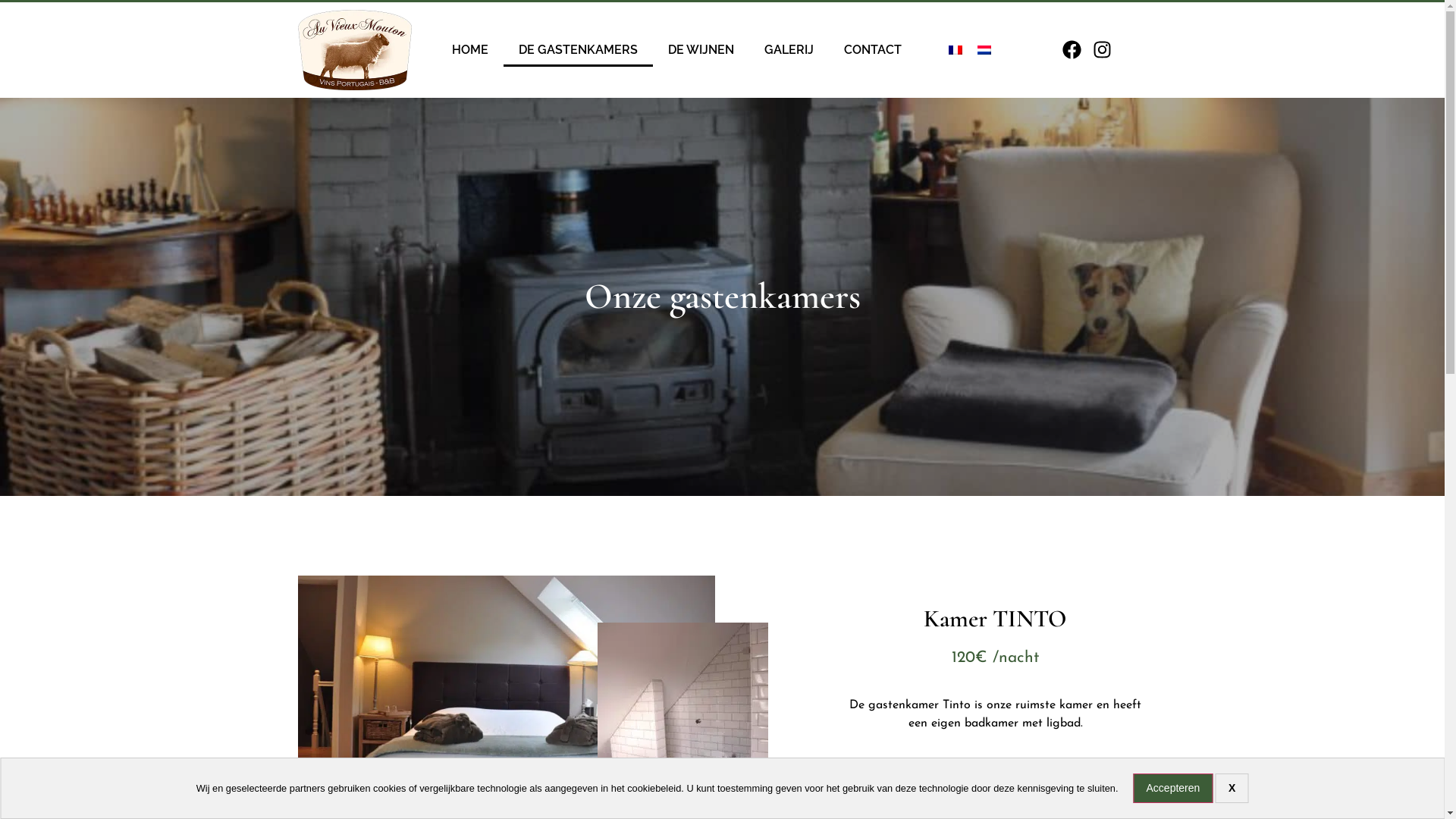  Describe the element at coordinates (828, 49) in the screenshot. I see `'CONTACT'` at that location.